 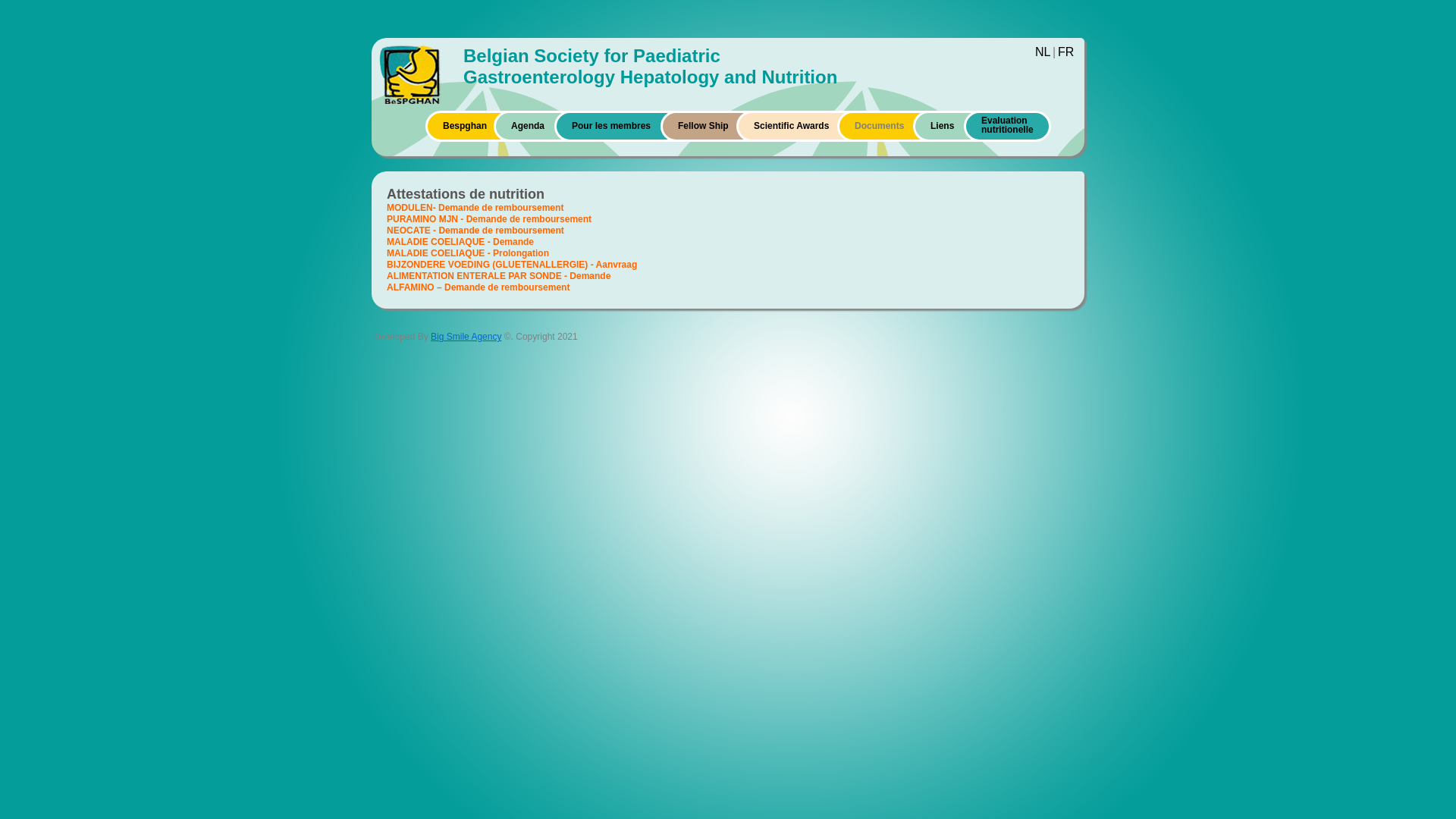 I want to click on 'Documents', so click(x=855, y=124).